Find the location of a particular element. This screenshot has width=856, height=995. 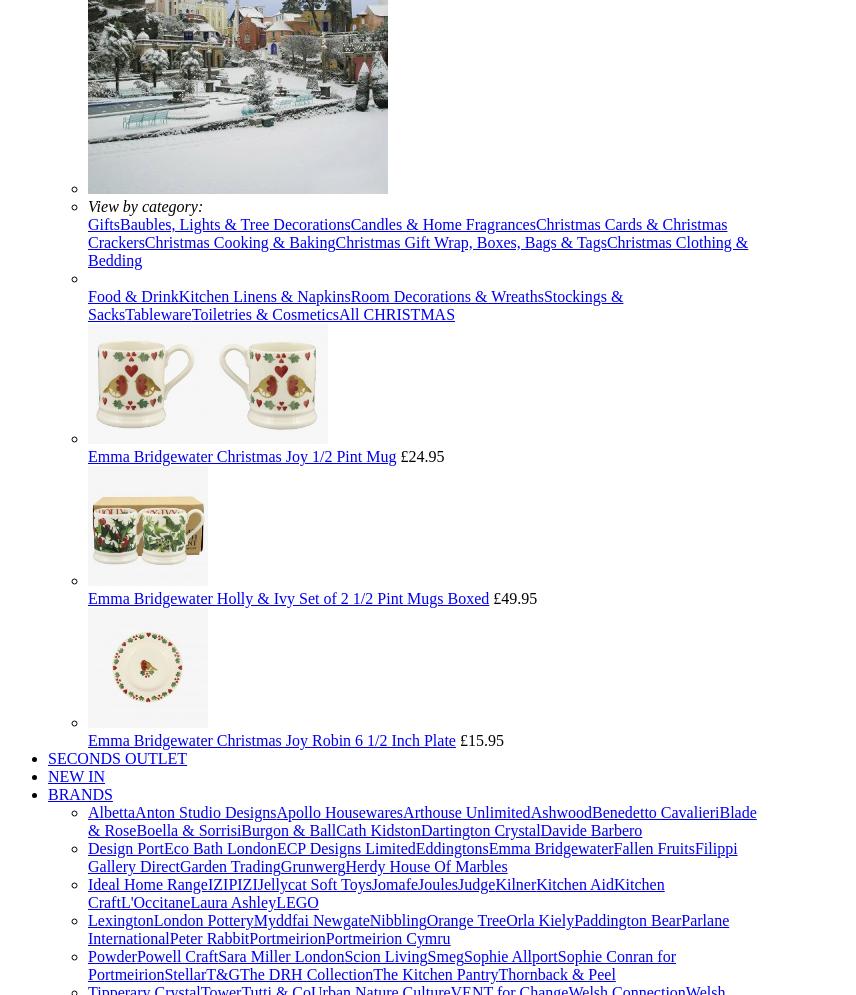

'Benedetto Cavalieri' is located at coordinates (655, 811).